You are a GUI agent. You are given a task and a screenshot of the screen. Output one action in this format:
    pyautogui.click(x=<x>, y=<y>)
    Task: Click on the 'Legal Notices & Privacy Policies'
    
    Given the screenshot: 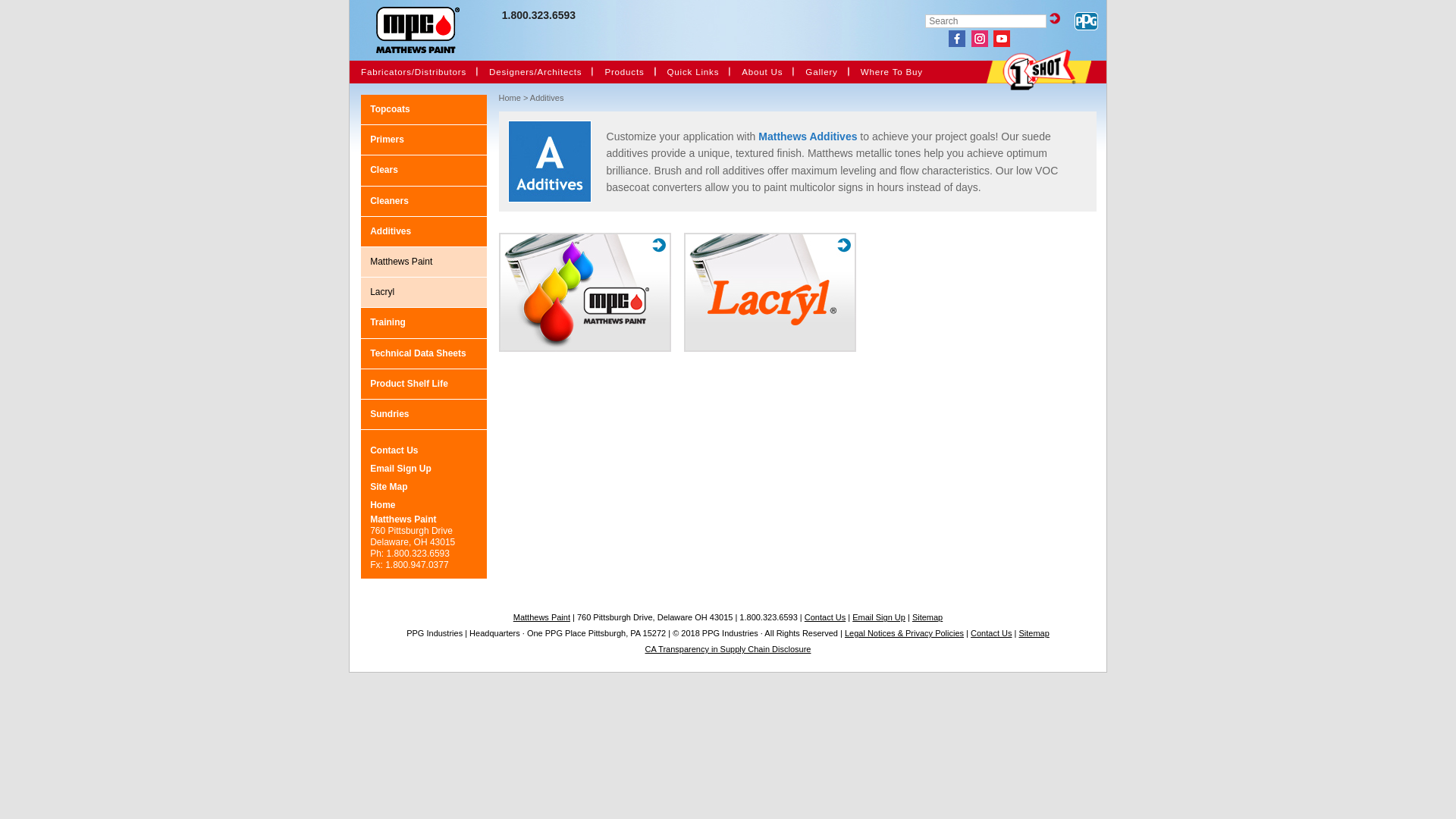 What is the action you would take?
    pyautogui.click(x=843, y=632)
    